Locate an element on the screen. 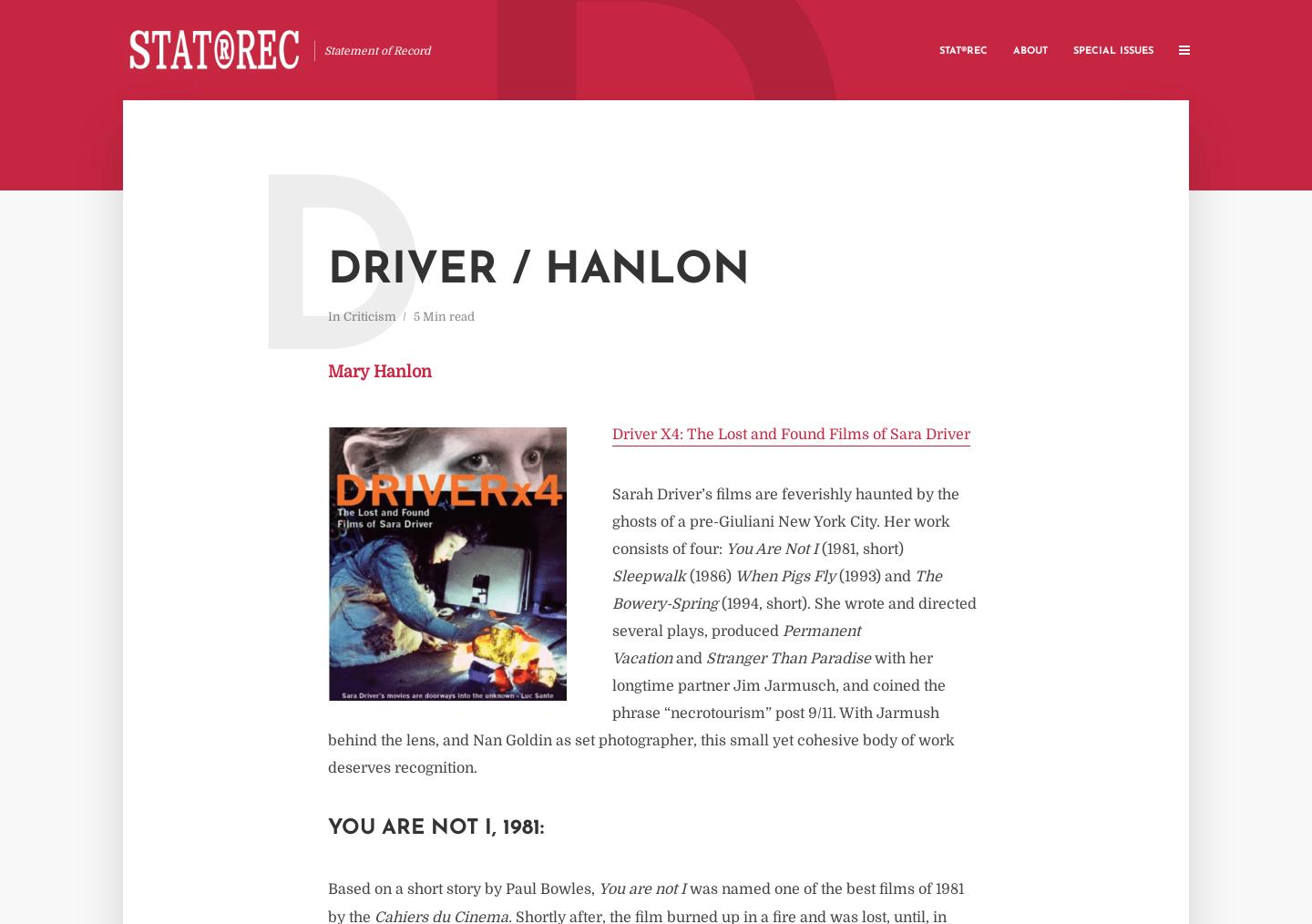  'Stranger Than Paradise' is located at coordinates (787, 657).